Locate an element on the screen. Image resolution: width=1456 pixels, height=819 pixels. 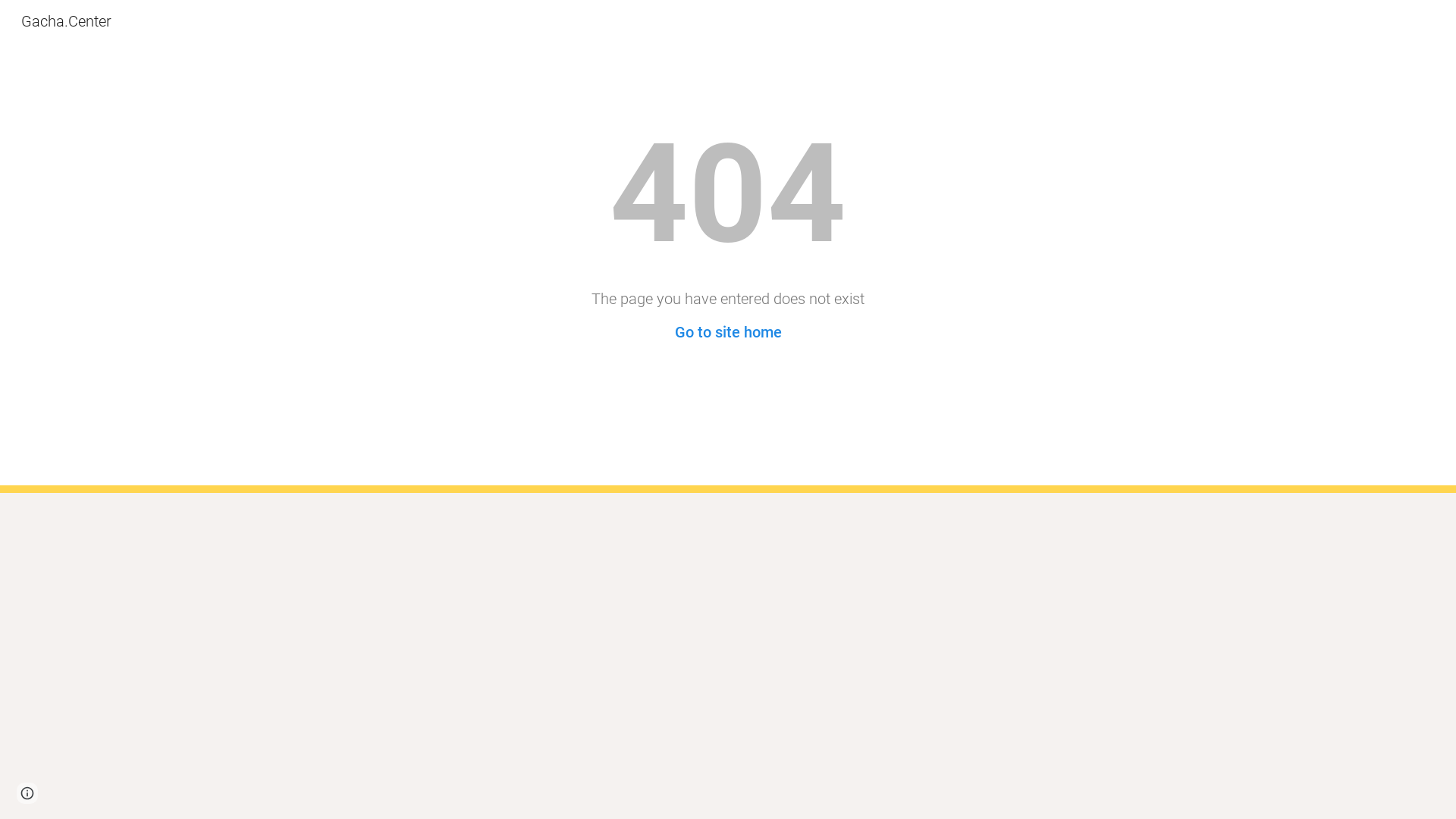
'Go to site home' is located at coordinates (728, 331).